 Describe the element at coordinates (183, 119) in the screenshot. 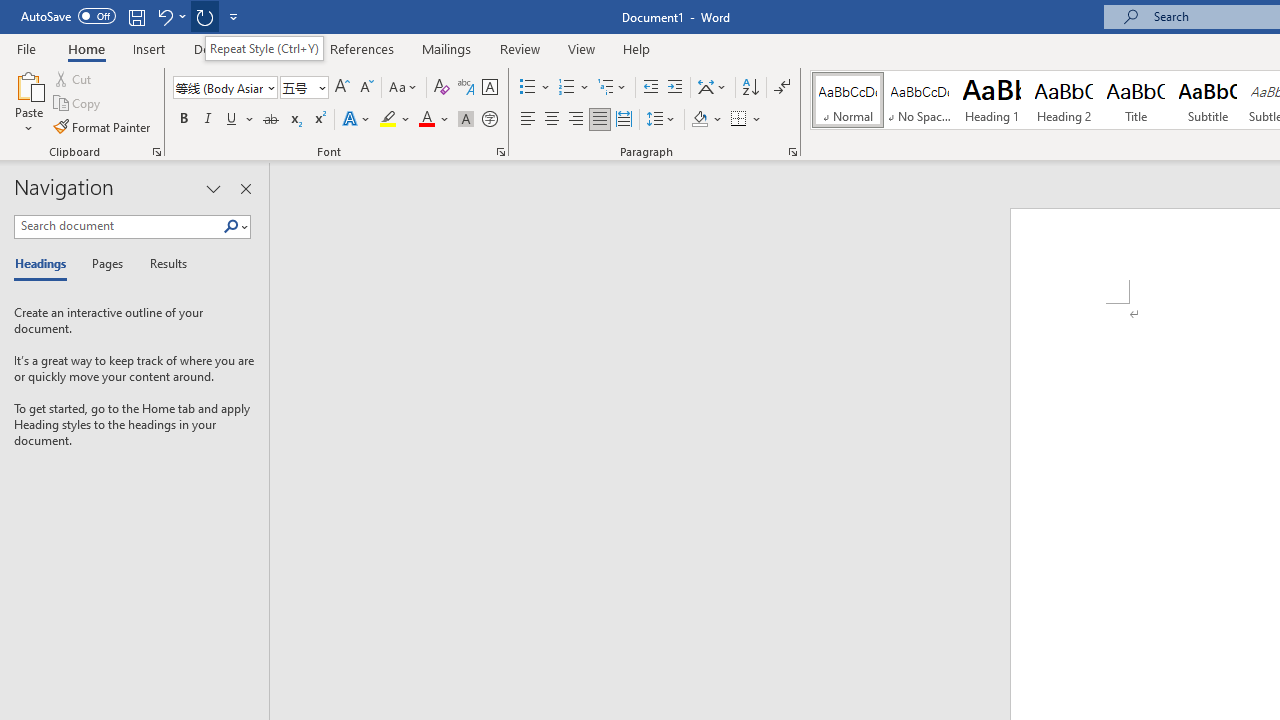

I see `'Bold'` at that location.